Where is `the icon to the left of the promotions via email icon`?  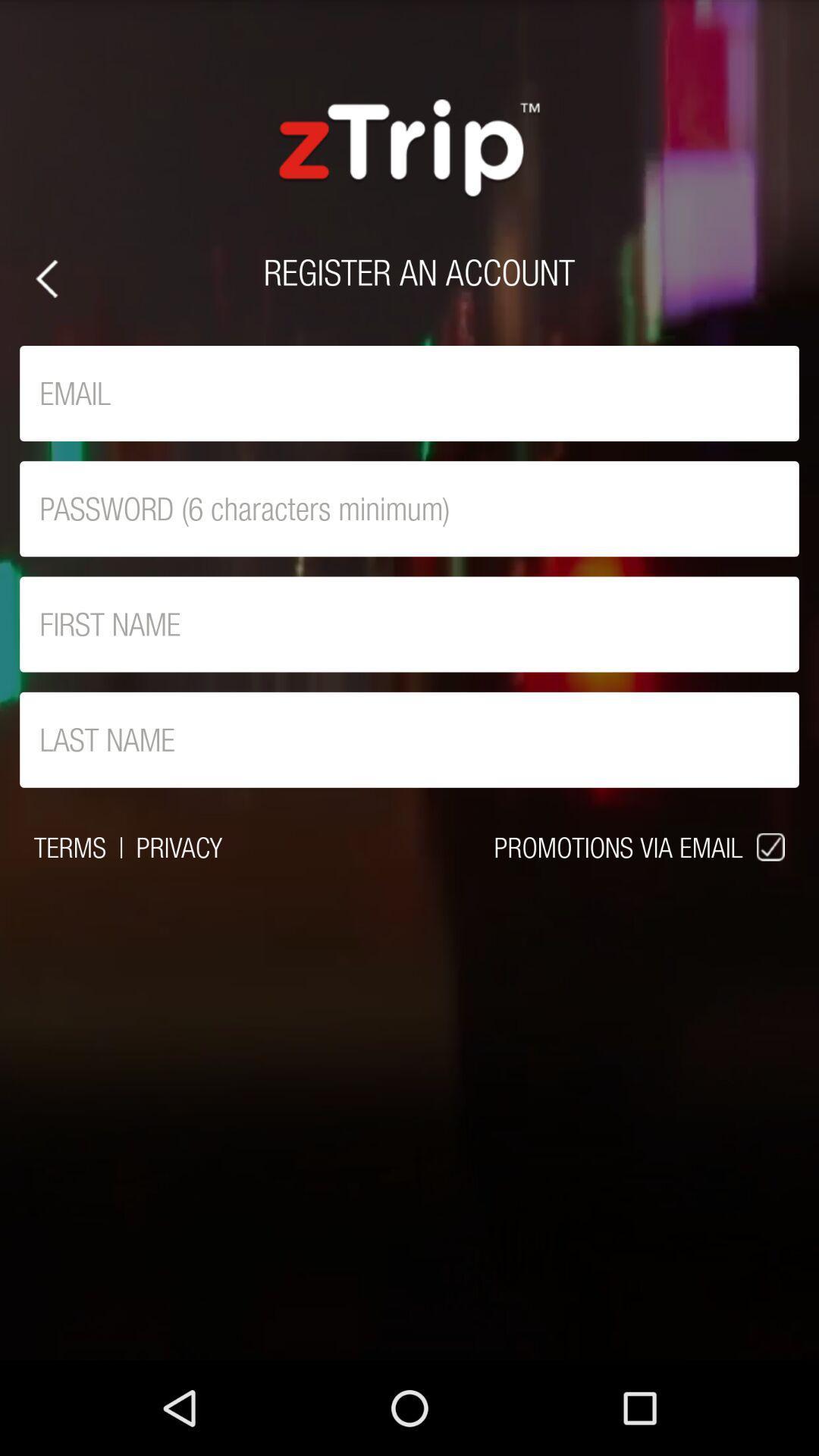
the icon to the left of the promotions via email icon is located at coordinates (178, 846).